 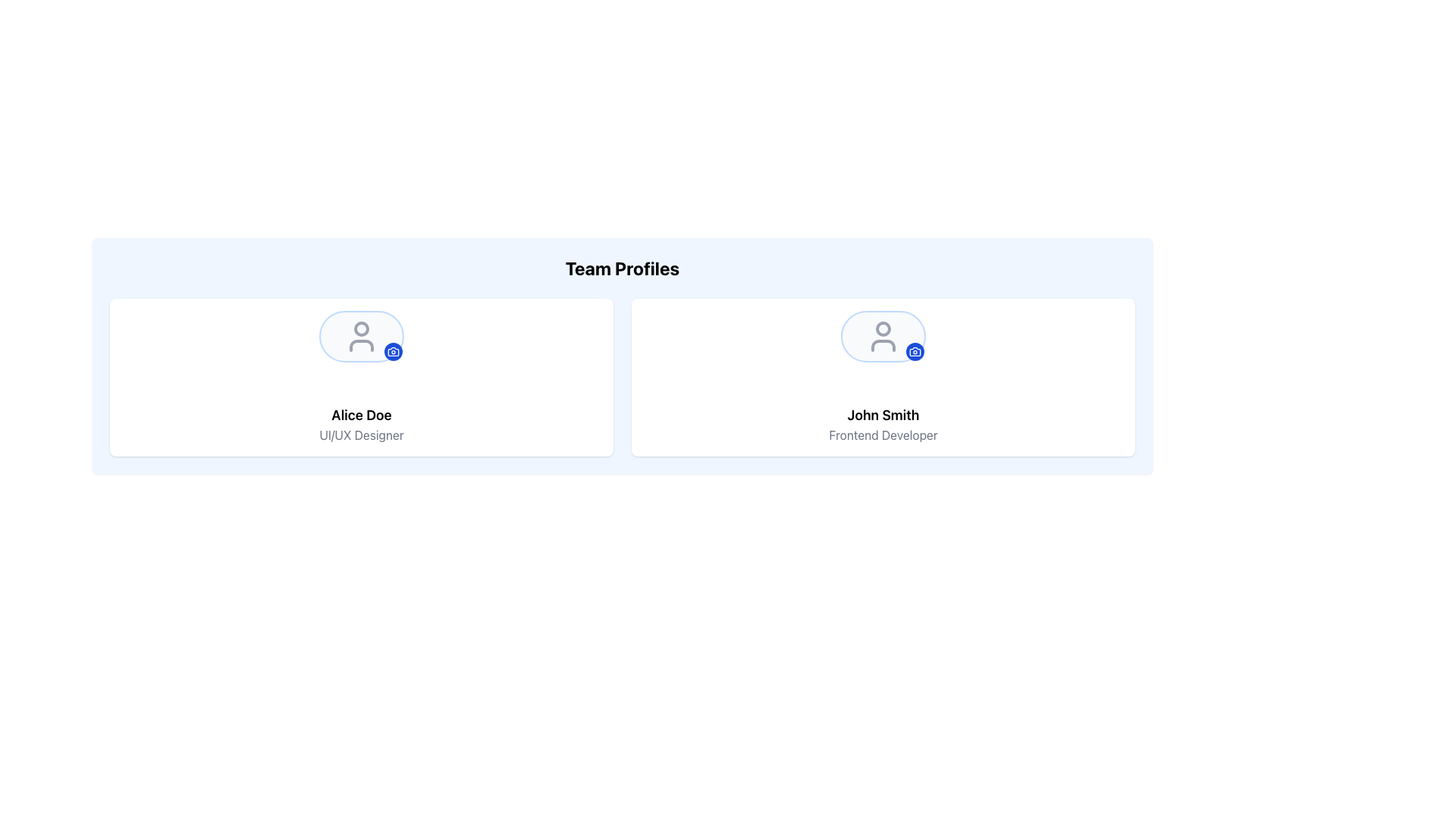 What do you see at coordinates (883, 415) in the screenshot?
I see `the text label displaying 'John Smith' located centrally within the right profile card, above the 'Frontend Developer' label` at bounding box center [883, 415].